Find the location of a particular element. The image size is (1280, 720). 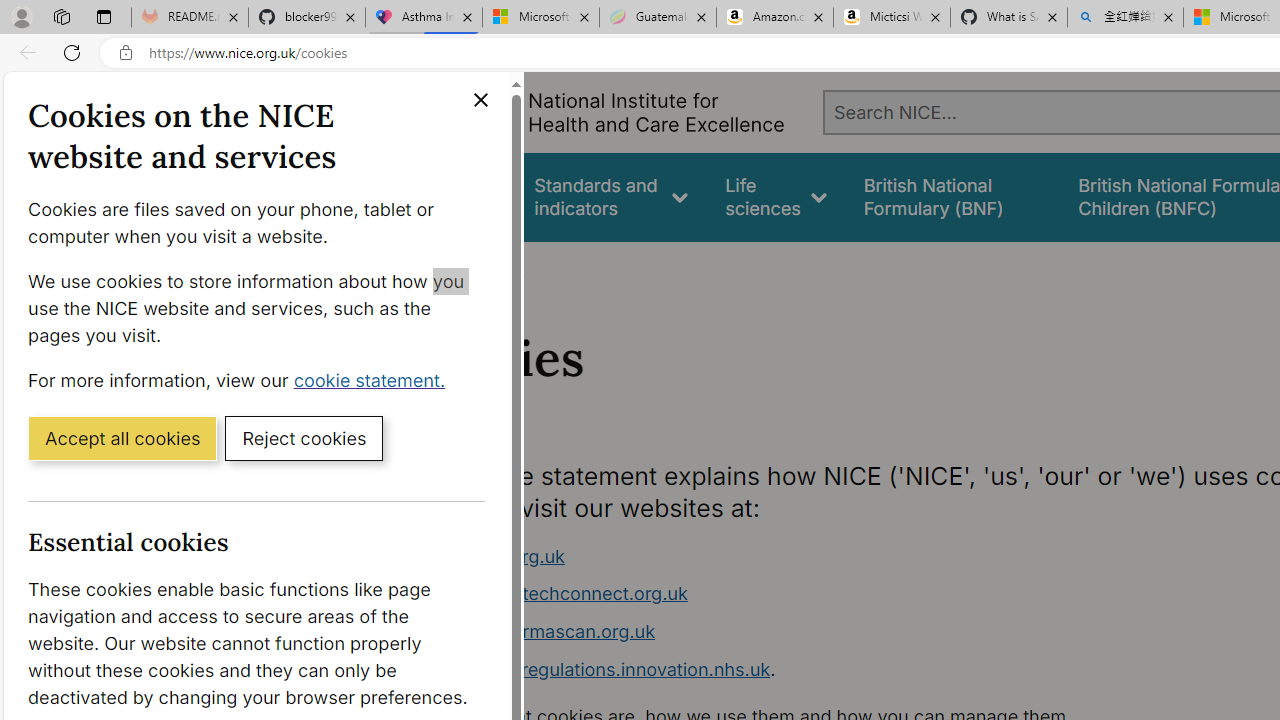

'Reject cookies' is located at coordinates (303, 436).